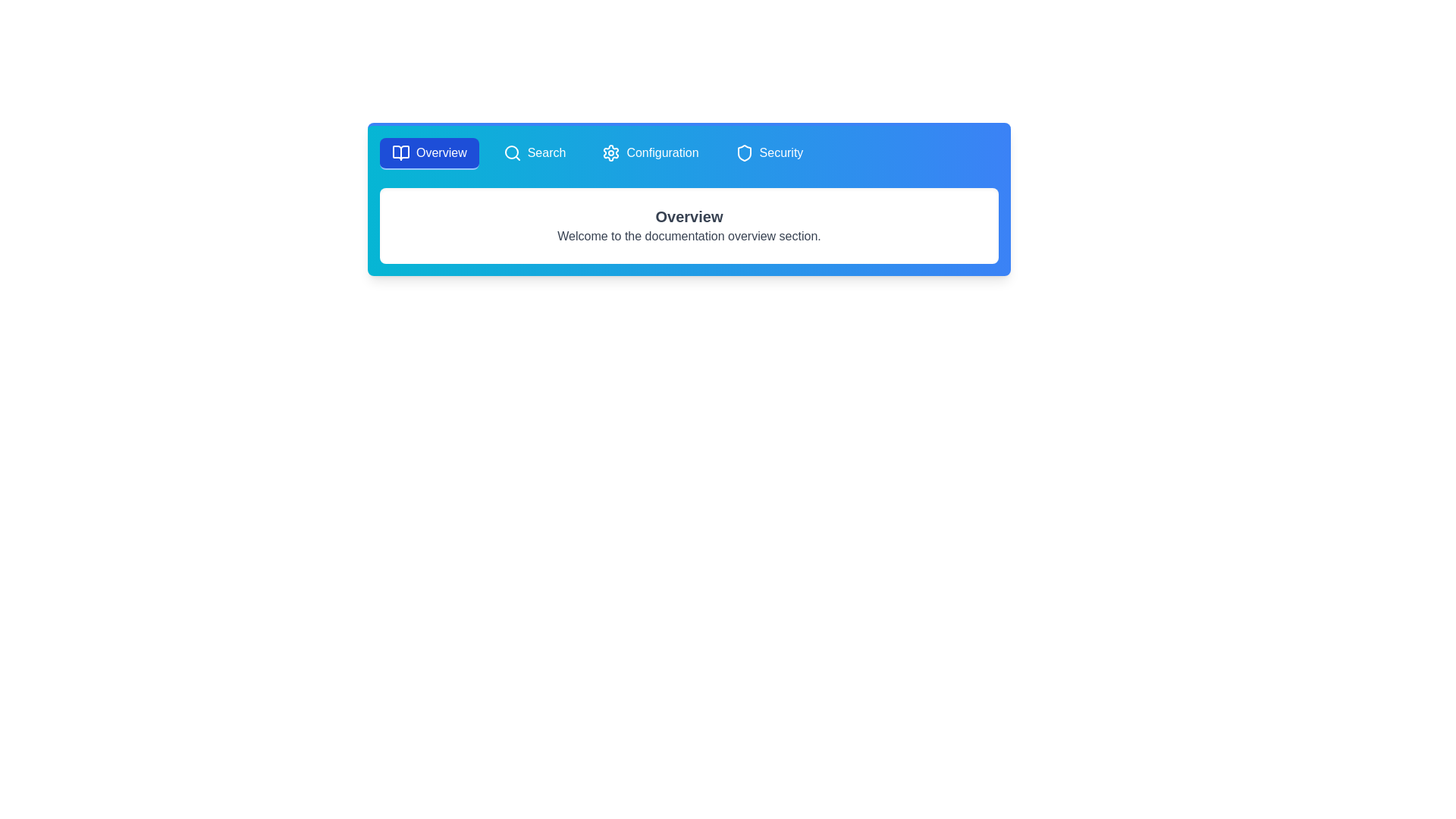 The image size is (1456, 819). I want to click on the 'Search' text label in the navigation menu, which is displayed in white on a light blue background and is located next to the magnifying glass icon, so click(546, 152).